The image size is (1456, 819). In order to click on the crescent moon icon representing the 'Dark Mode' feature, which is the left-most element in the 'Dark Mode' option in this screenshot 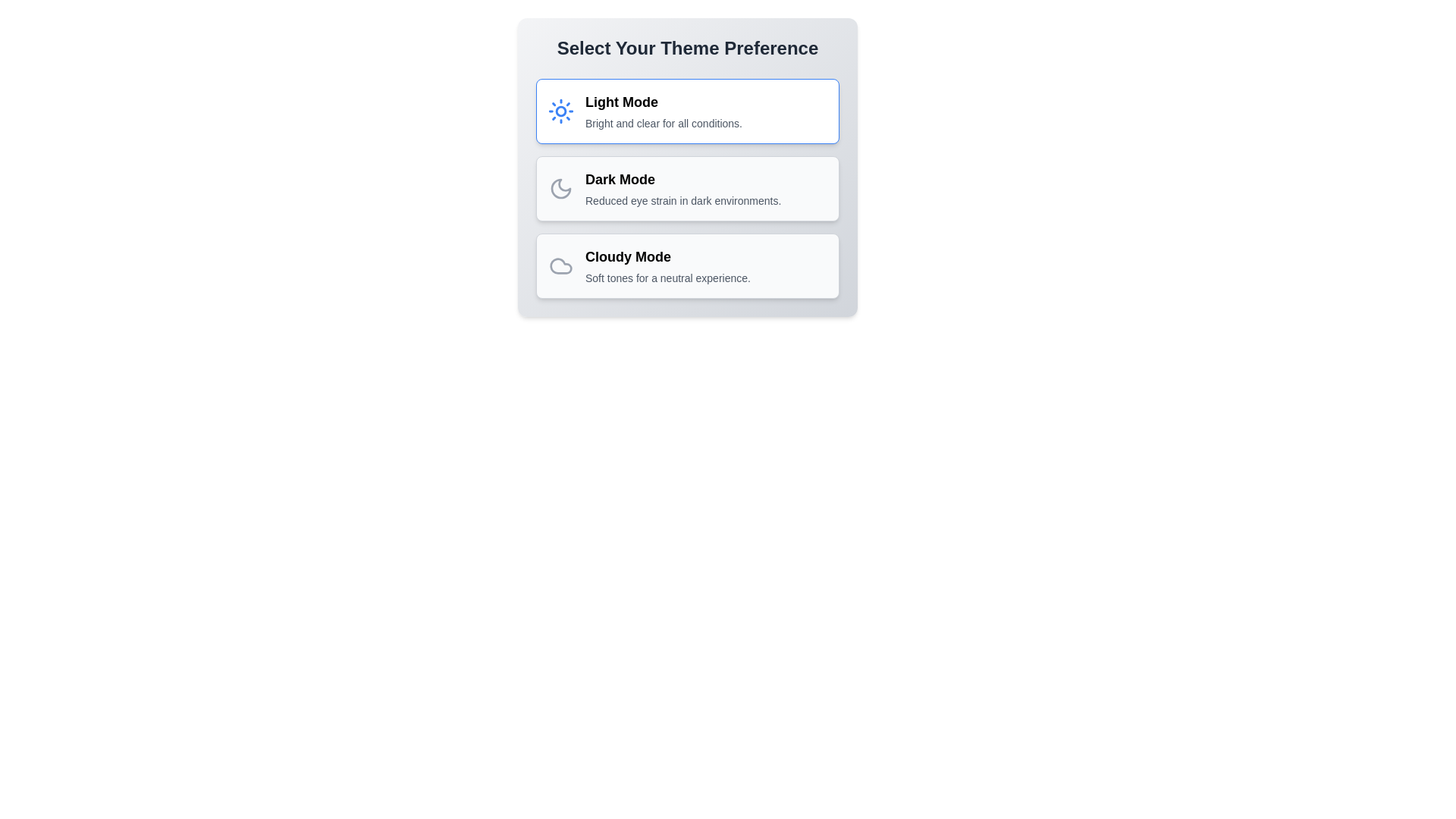, I will do `click(560, 188)`.